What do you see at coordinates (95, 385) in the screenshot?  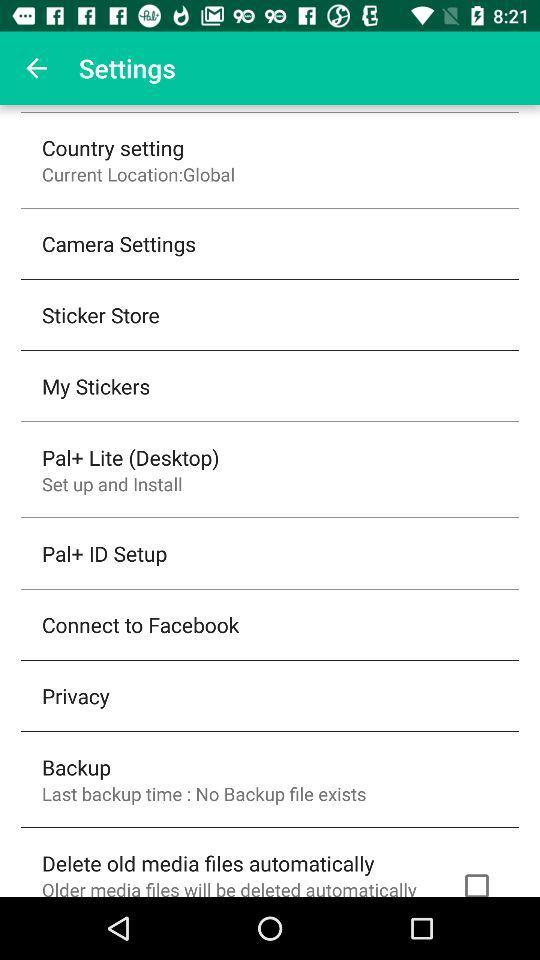 I see `the my stickers icon` at bounding box center [95, 385].